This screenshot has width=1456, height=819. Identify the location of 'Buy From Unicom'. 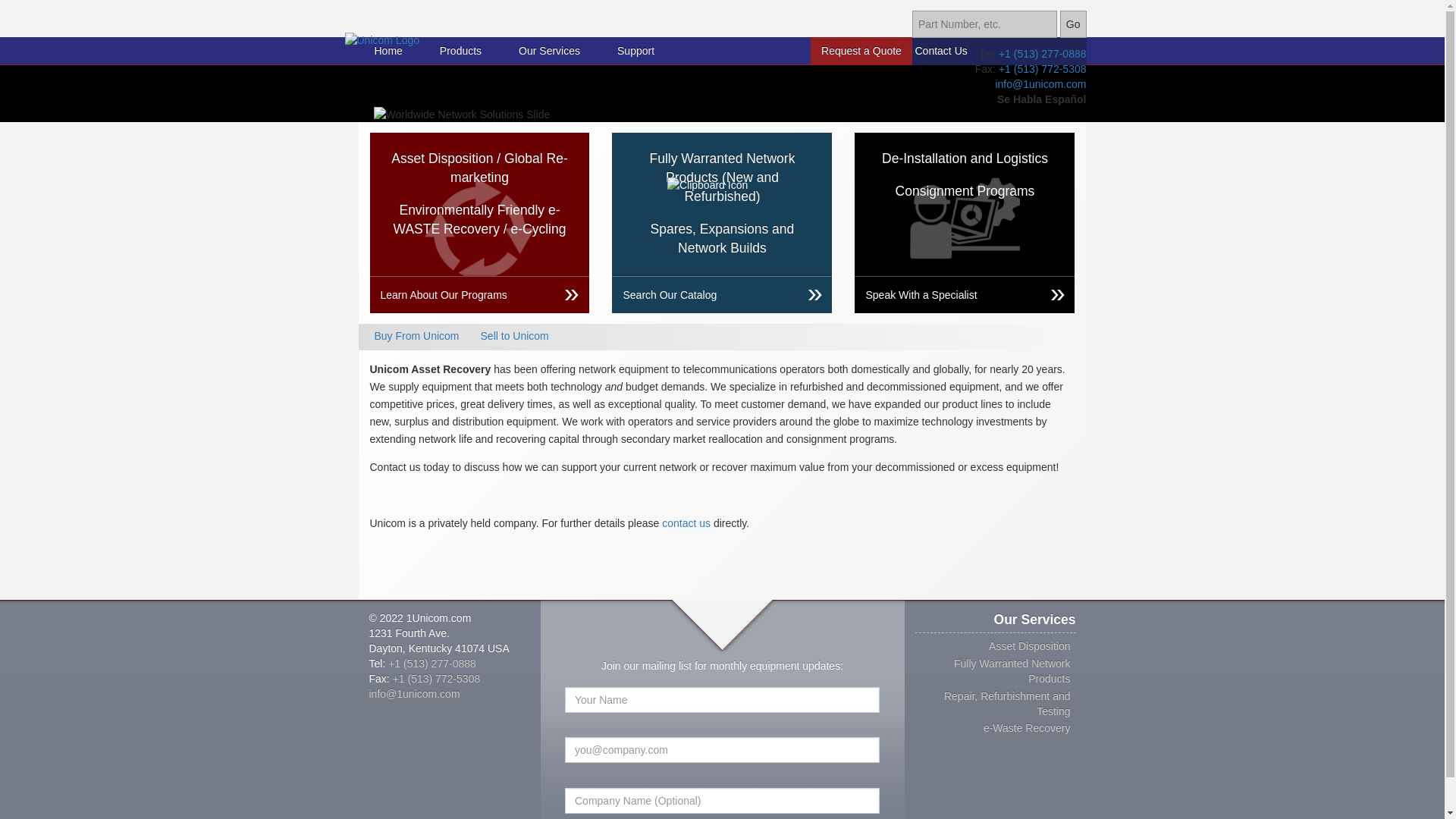
(417, 335).